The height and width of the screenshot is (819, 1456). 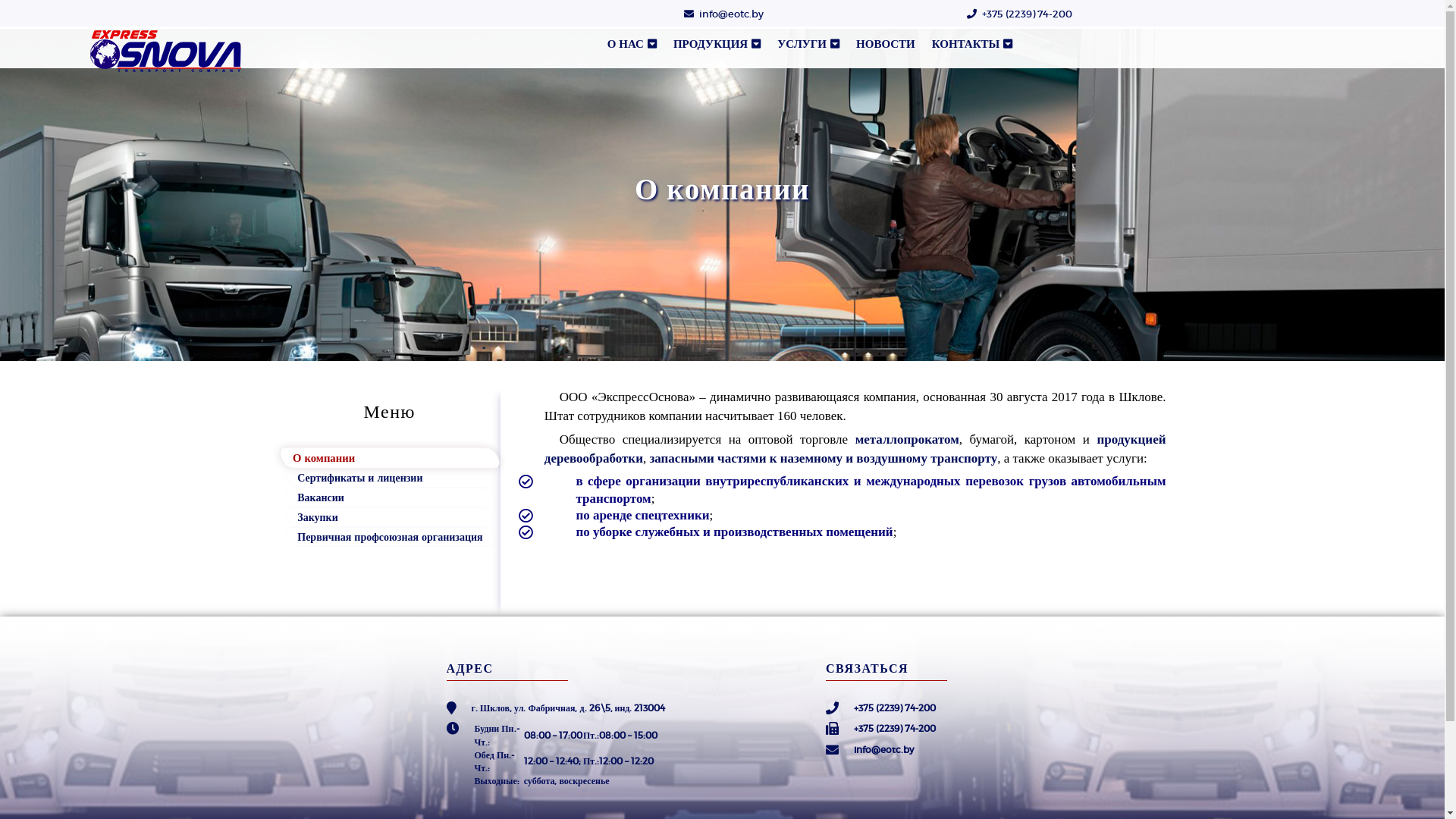 I want to click on '+375 (2239) 74-200', so click(x=895, y=708).